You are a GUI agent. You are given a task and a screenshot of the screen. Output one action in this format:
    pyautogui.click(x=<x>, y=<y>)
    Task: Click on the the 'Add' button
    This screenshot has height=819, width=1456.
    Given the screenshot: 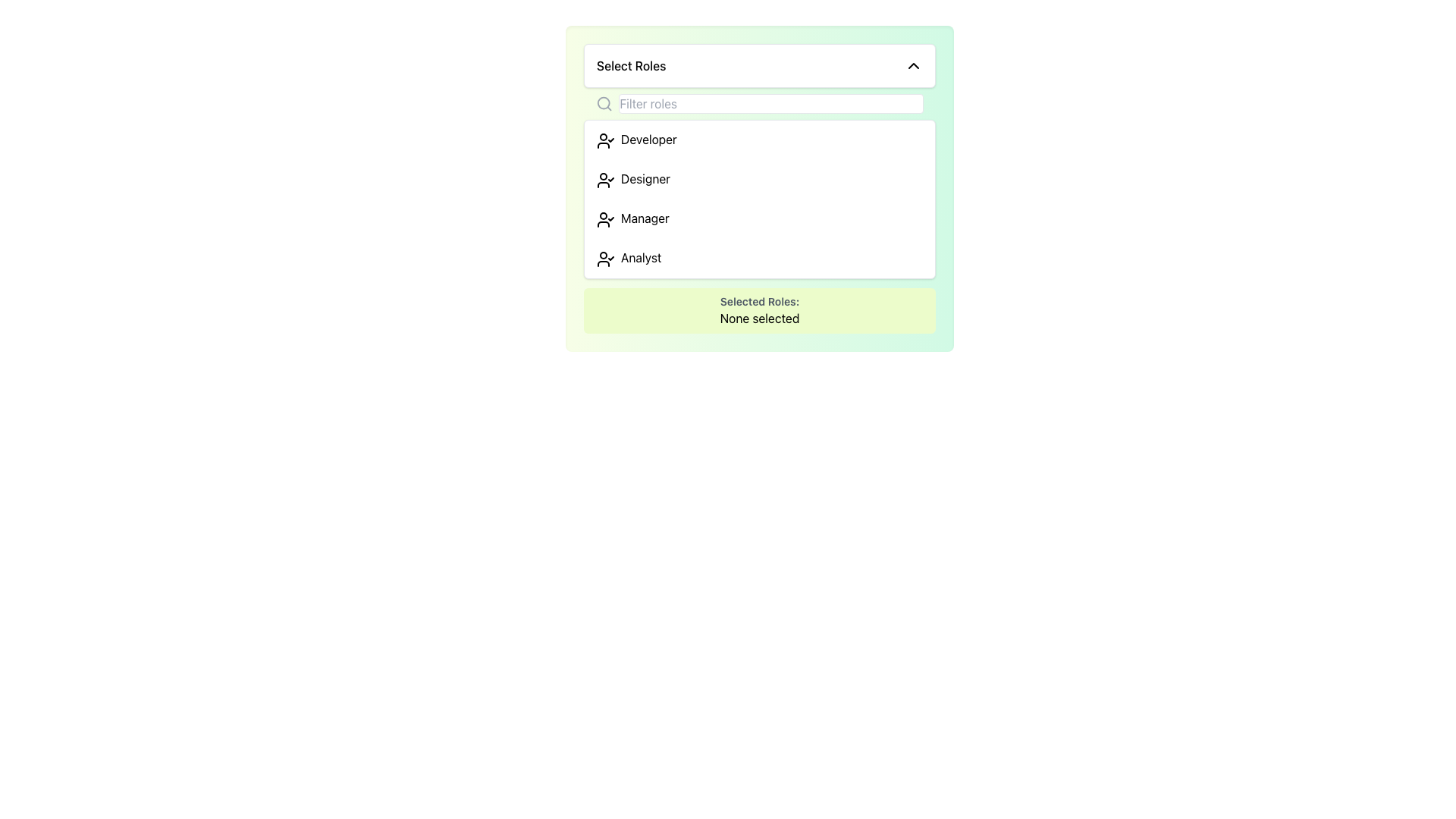 What is the action you would take?
    pyautogui.click(x=760, y=219)
    